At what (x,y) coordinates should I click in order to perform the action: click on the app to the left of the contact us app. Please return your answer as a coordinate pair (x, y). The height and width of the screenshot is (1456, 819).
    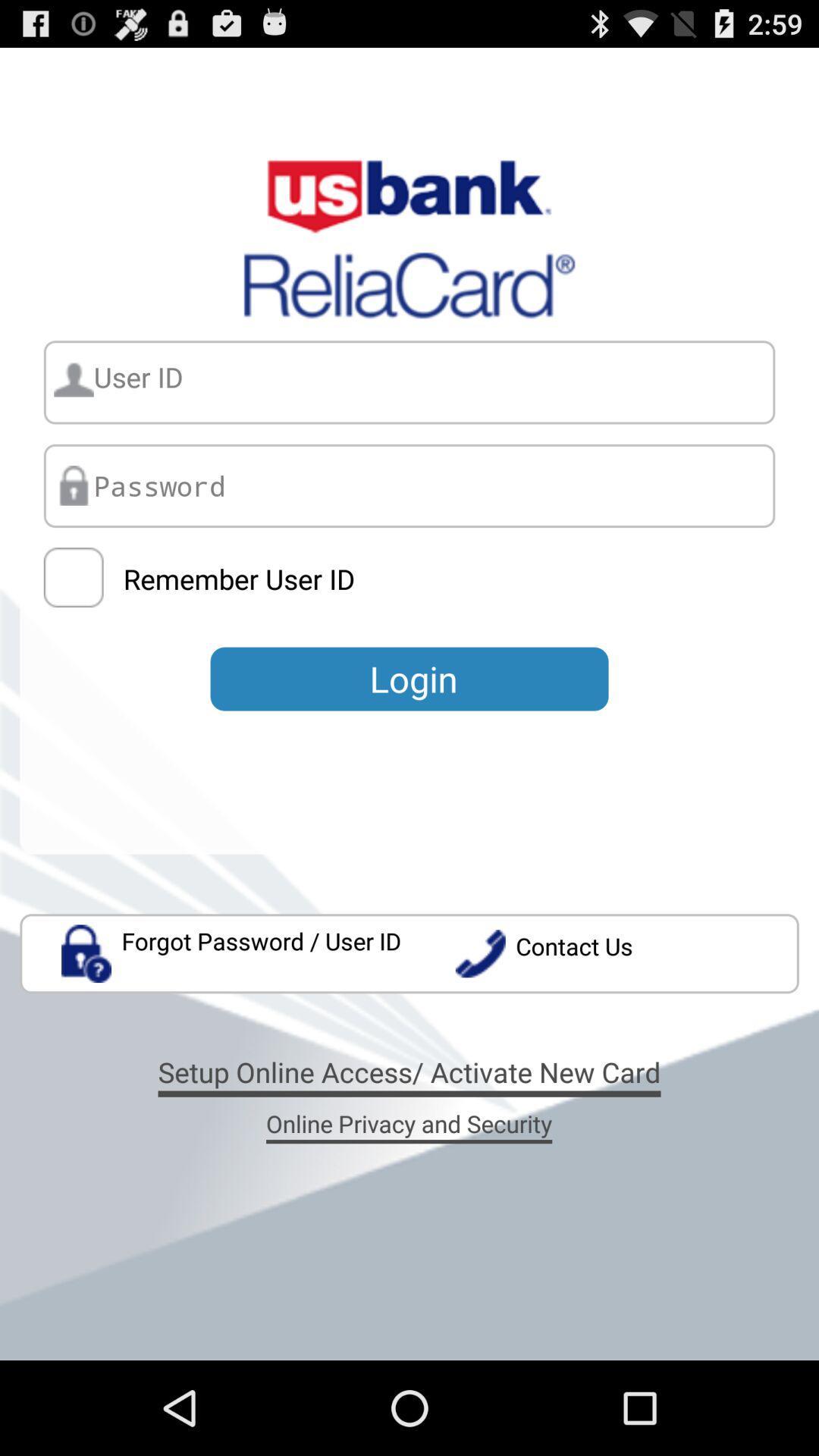
    Looking at the image, I should click on (232, 952).